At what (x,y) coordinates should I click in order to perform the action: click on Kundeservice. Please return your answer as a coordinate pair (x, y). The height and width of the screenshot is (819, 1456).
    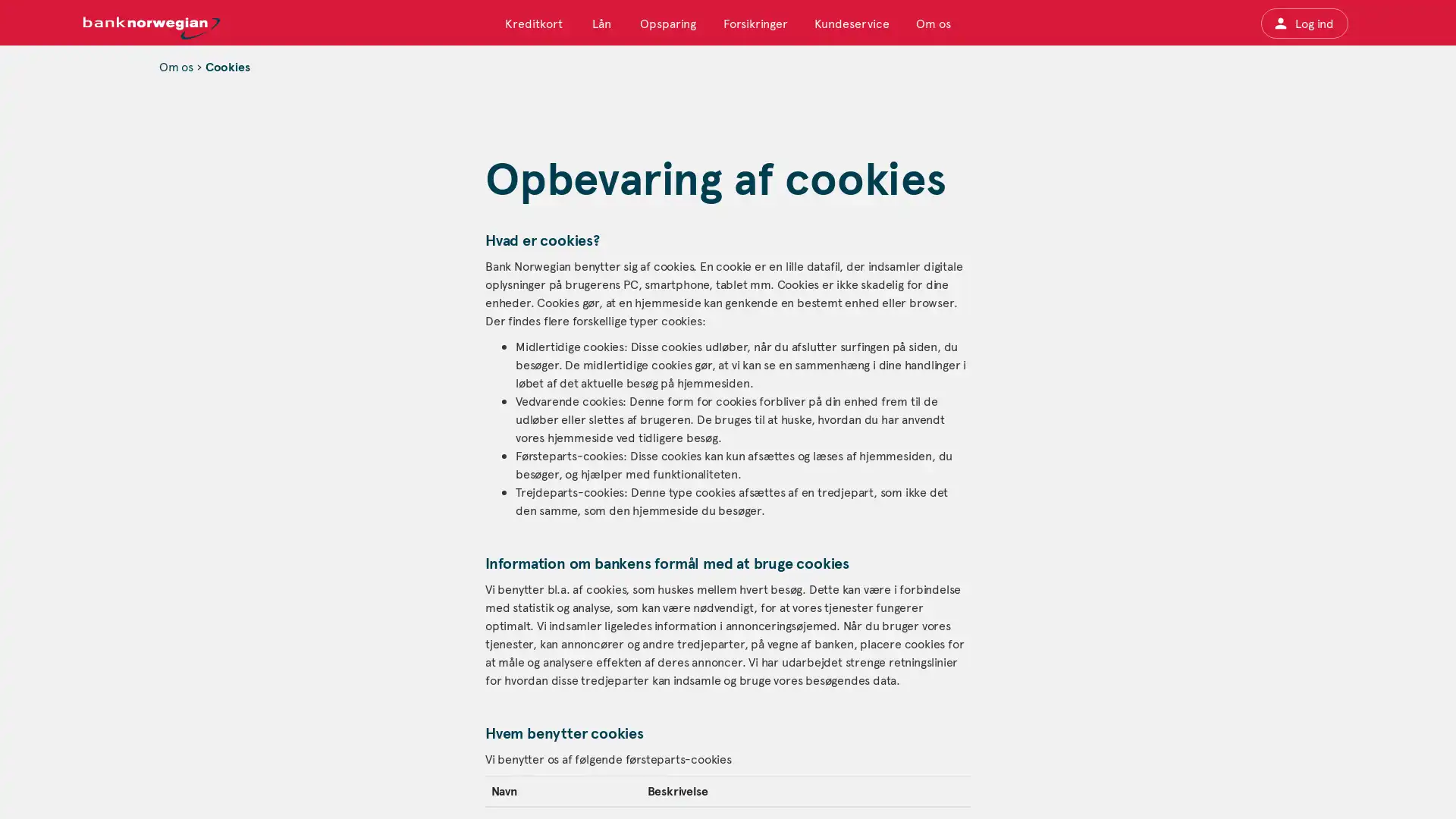
    Looking at the image, I should click on (851, 23).